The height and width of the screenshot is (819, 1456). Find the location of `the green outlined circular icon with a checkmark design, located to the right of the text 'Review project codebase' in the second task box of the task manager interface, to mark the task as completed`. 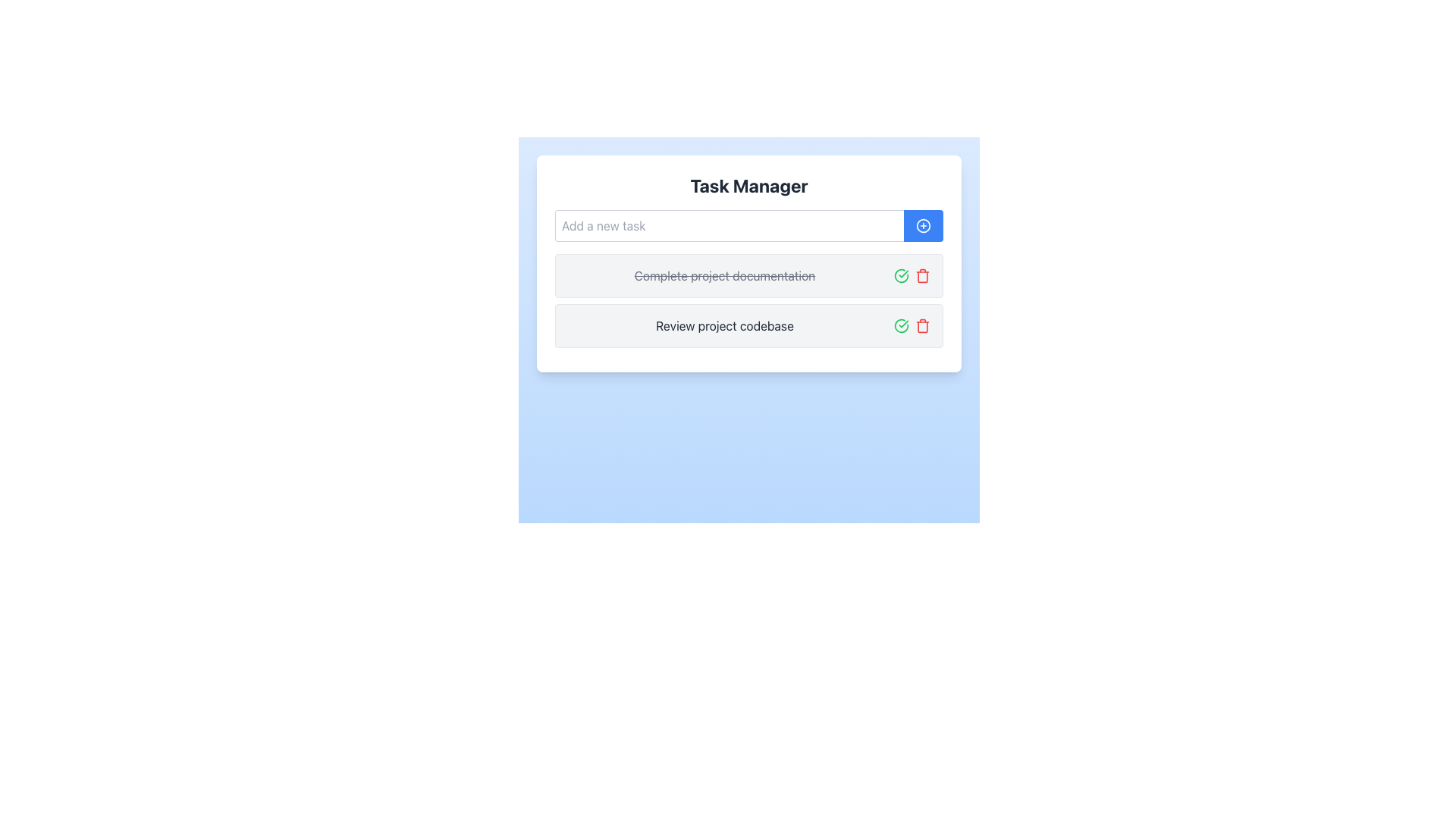

the green outlined circular icon with a checkmark design, located to the right of the text 'Review project codebase' in the second task box of the task manager interface, to mark the task as completed is located at coordinates (902, 325).